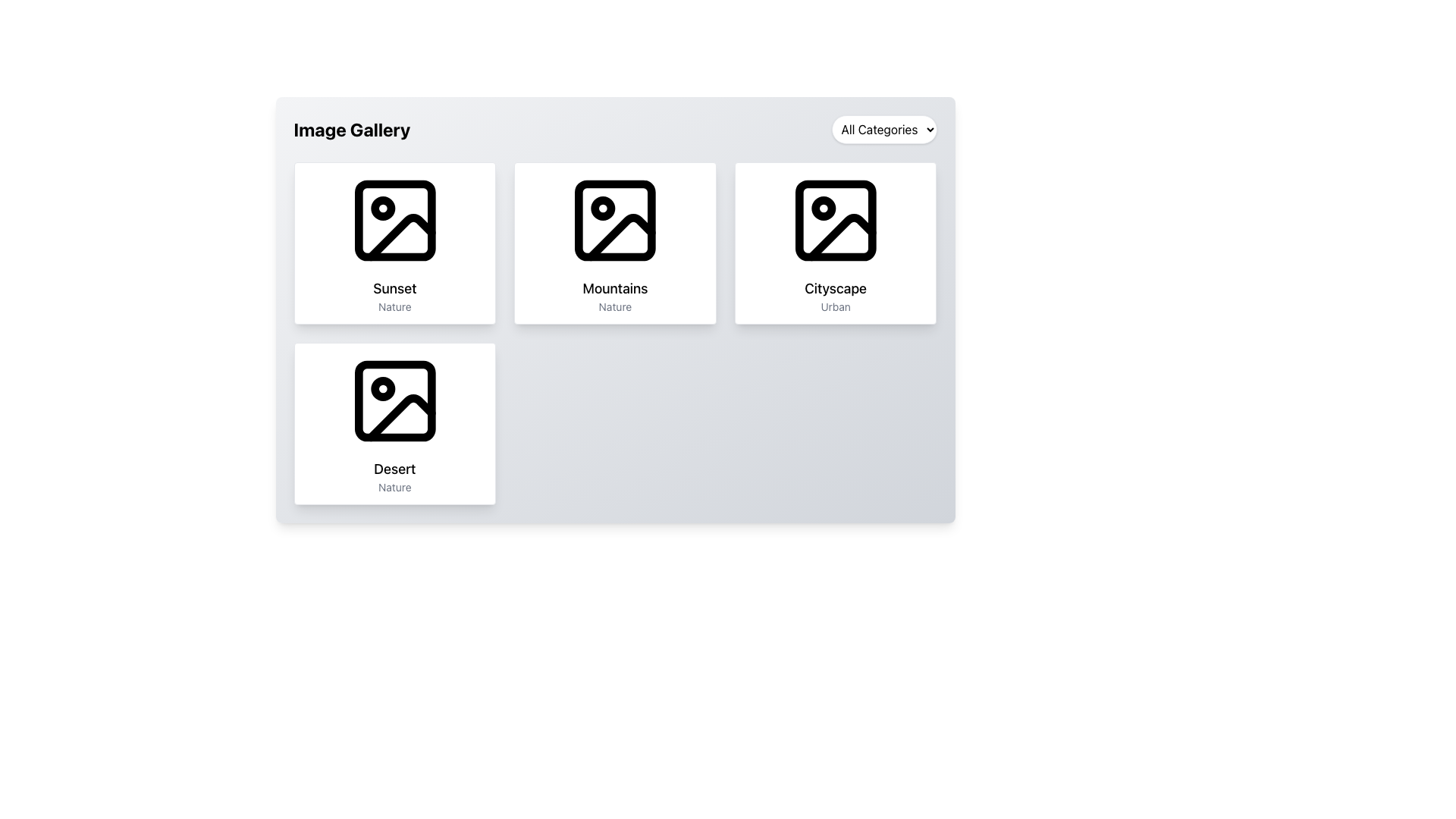 This screenshot has width=1456, height=819. I want to click on the text label reading 'Sunset' which is in bold font and located below an image icon in the first item of the grid, so click(394, 289).